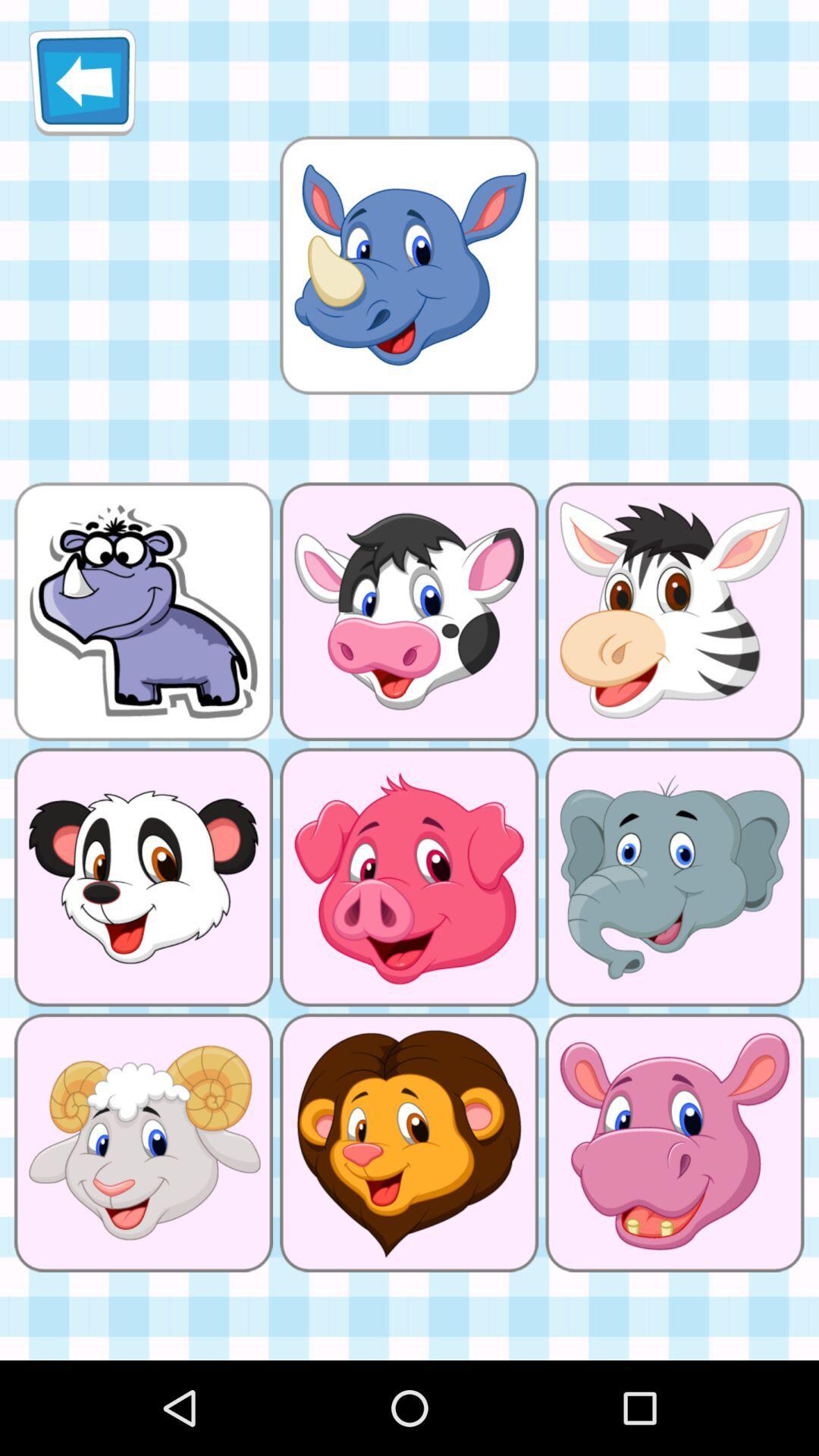 Image resolution: width=819 pixels, height=1456 pixels. What do you see at coordinates (408, 265) in the screenshot?
I see `the icon at the top` at bounding box center [408, 265].